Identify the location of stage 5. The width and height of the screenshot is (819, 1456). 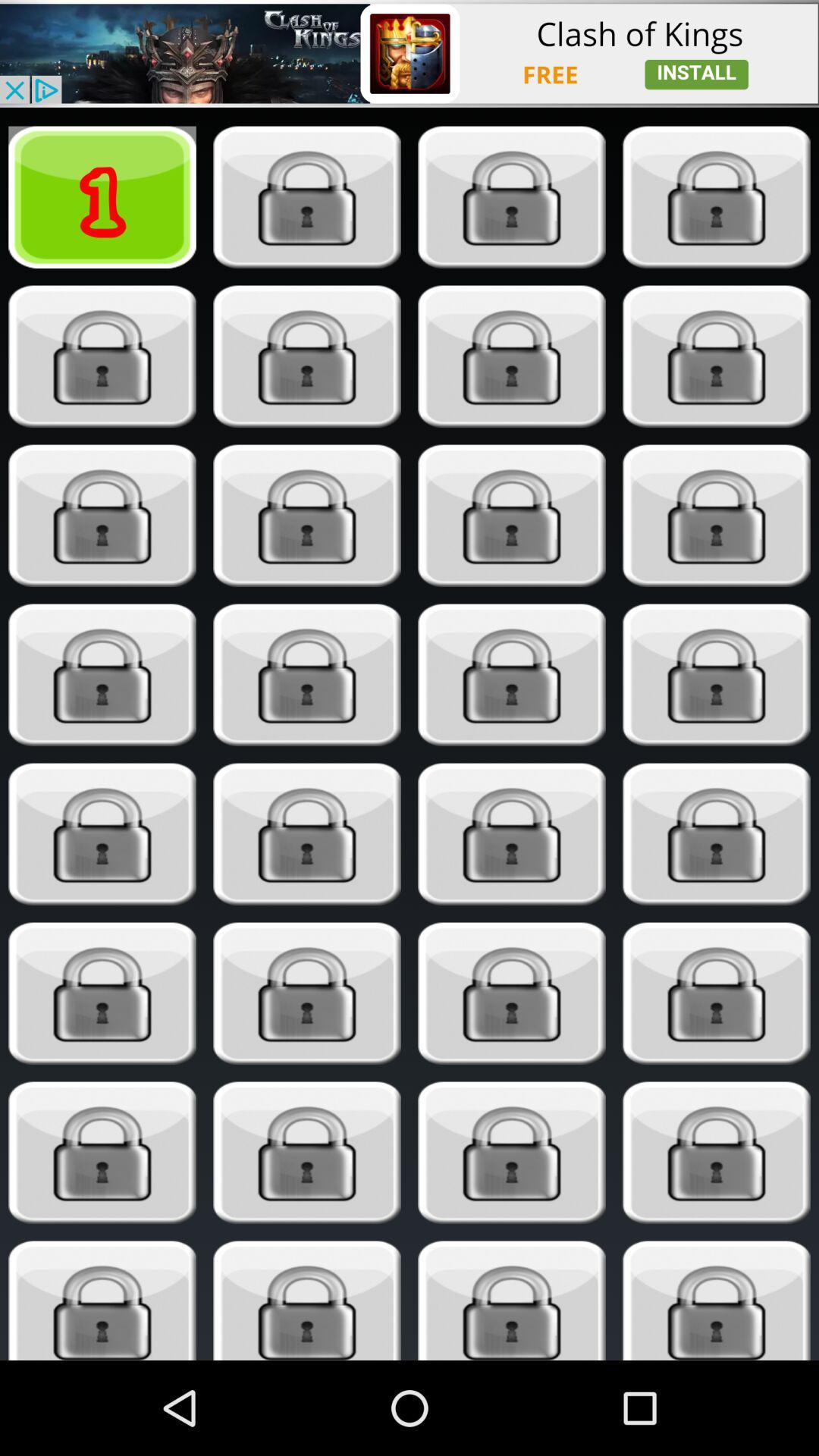
(102, 356).